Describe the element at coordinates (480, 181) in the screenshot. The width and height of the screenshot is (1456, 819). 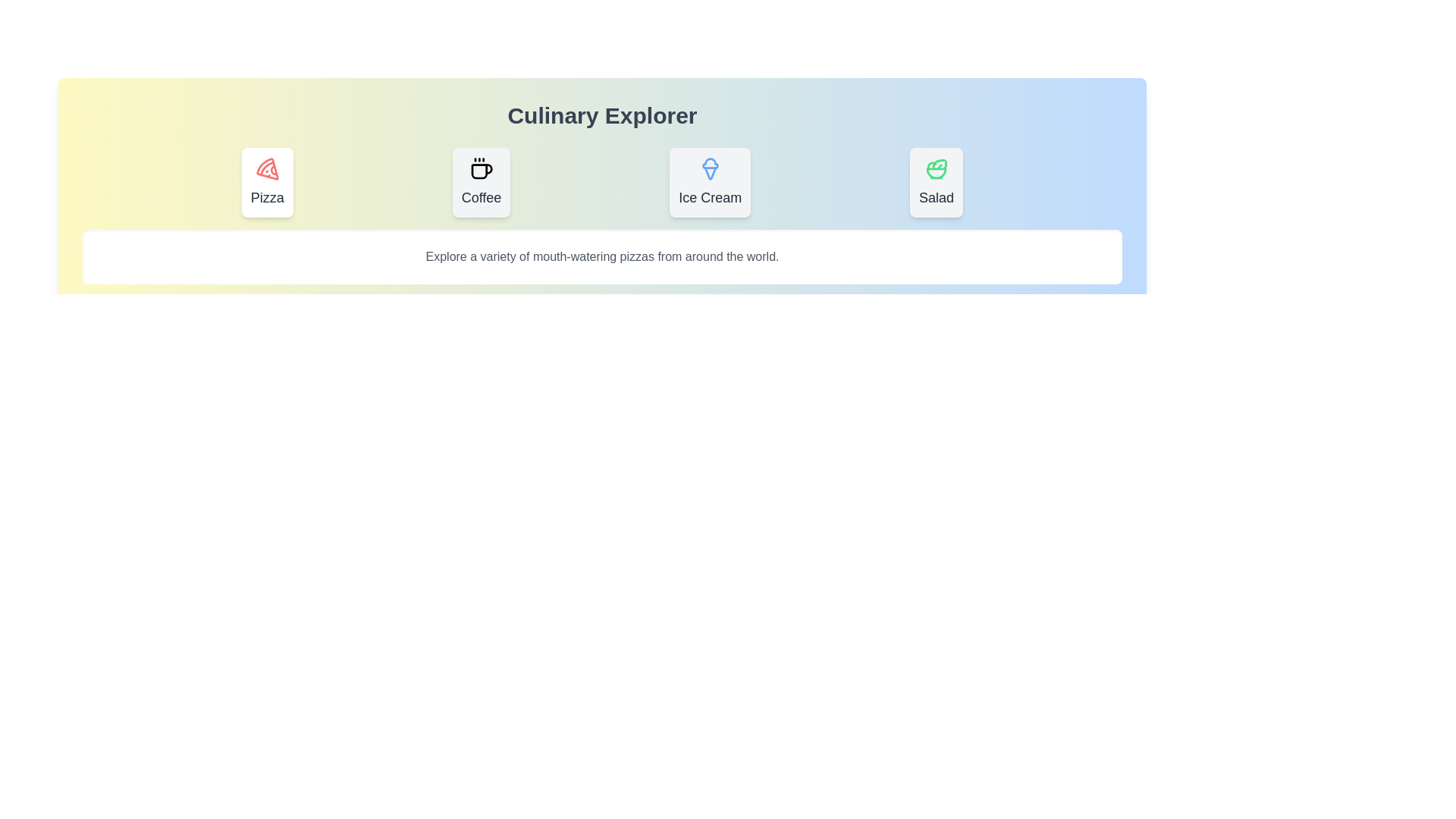
I see `the tab labeled 'Coffee' to display its content` at that location.